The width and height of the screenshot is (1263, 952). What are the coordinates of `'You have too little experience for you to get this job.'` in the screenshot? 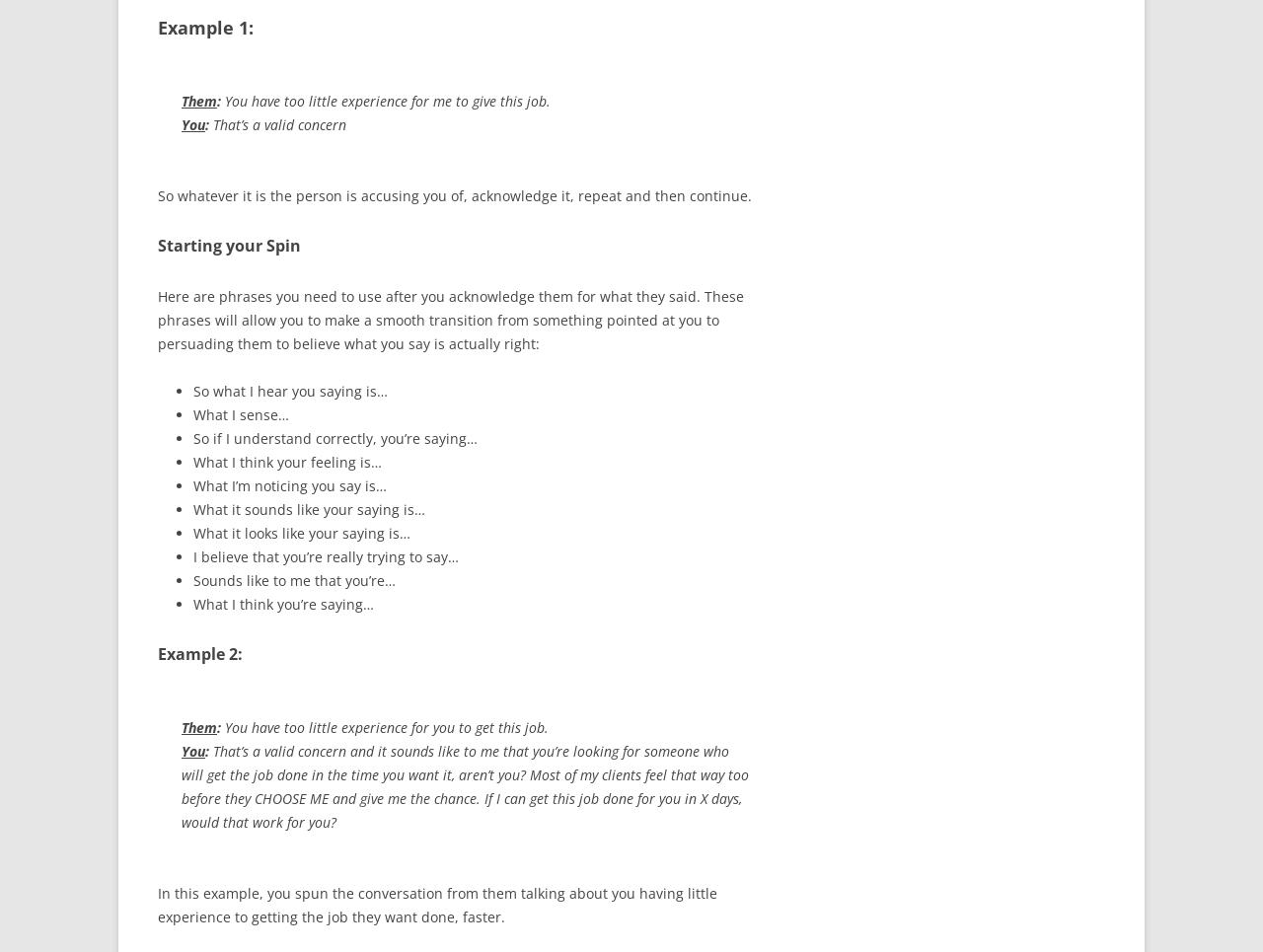 It's located at (385, 727).